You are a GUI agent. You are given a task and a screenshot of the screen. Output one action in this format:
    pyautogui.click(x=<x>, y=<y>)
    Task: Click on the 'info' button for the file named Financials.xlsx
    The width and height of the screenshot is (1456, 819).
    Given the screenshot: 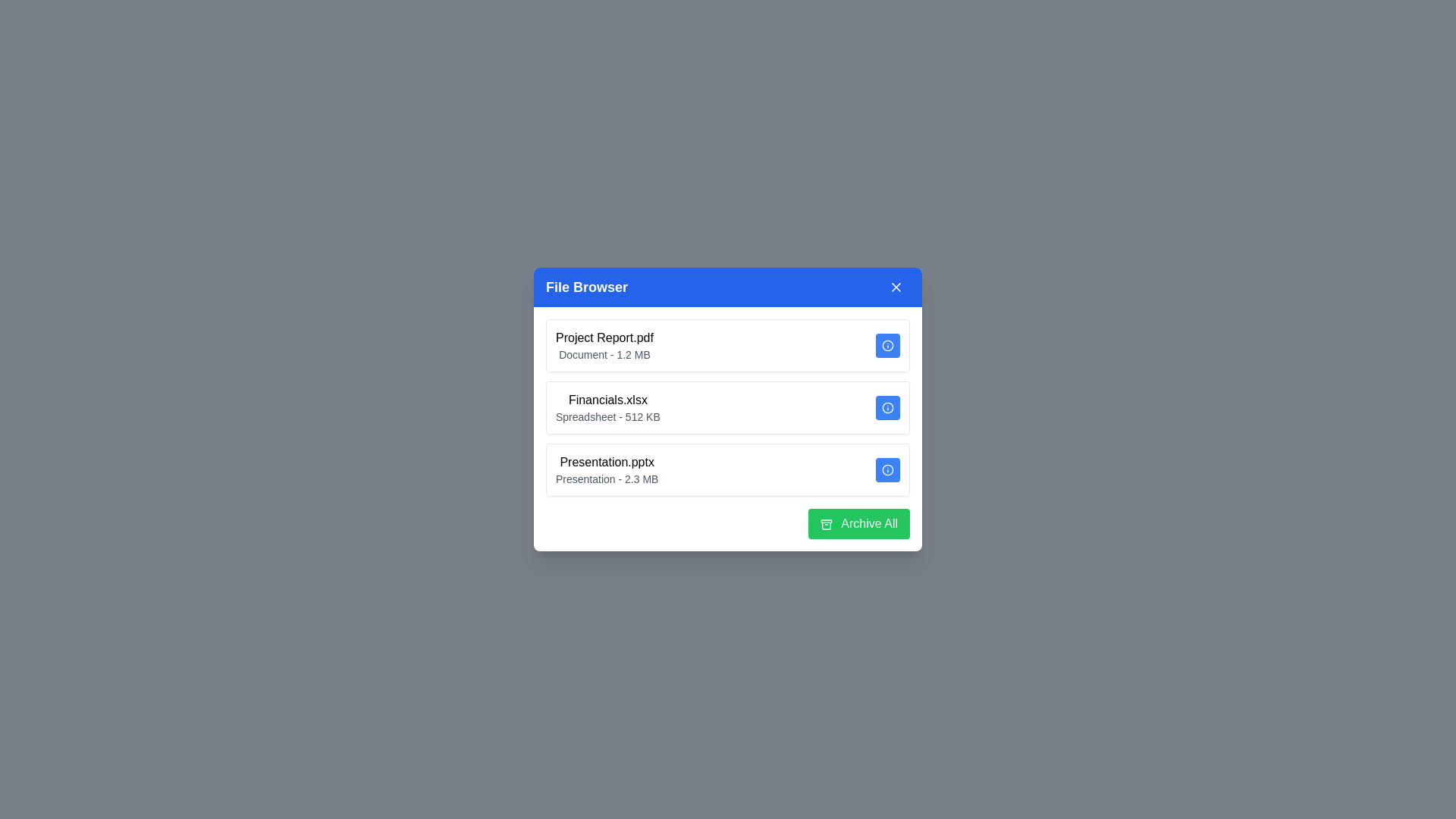 What is the action you would take?
    pyautogui.click(x=888, y=406)
    